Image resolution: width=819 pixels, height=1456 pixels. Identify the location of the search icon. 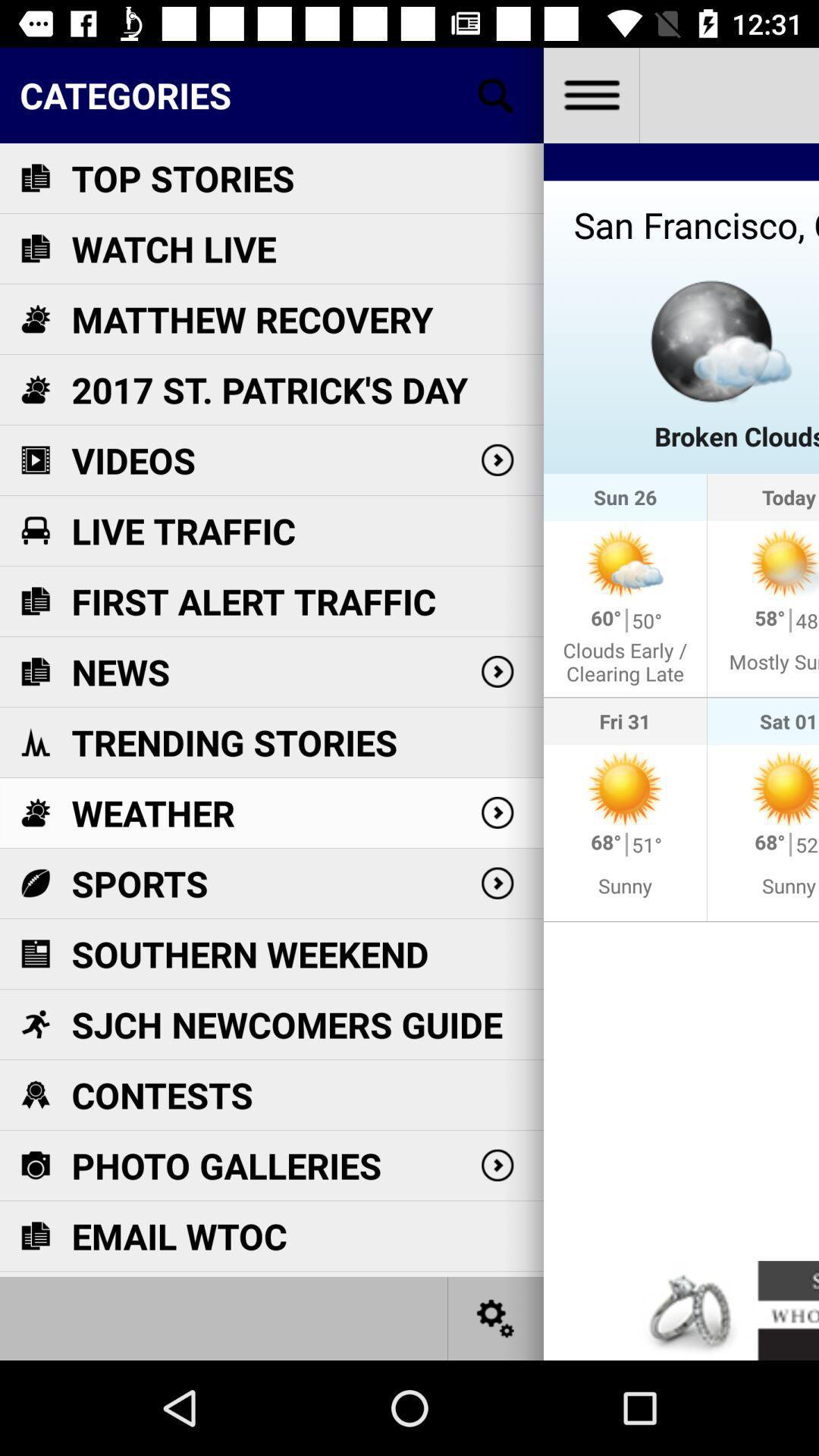
(496, 94).